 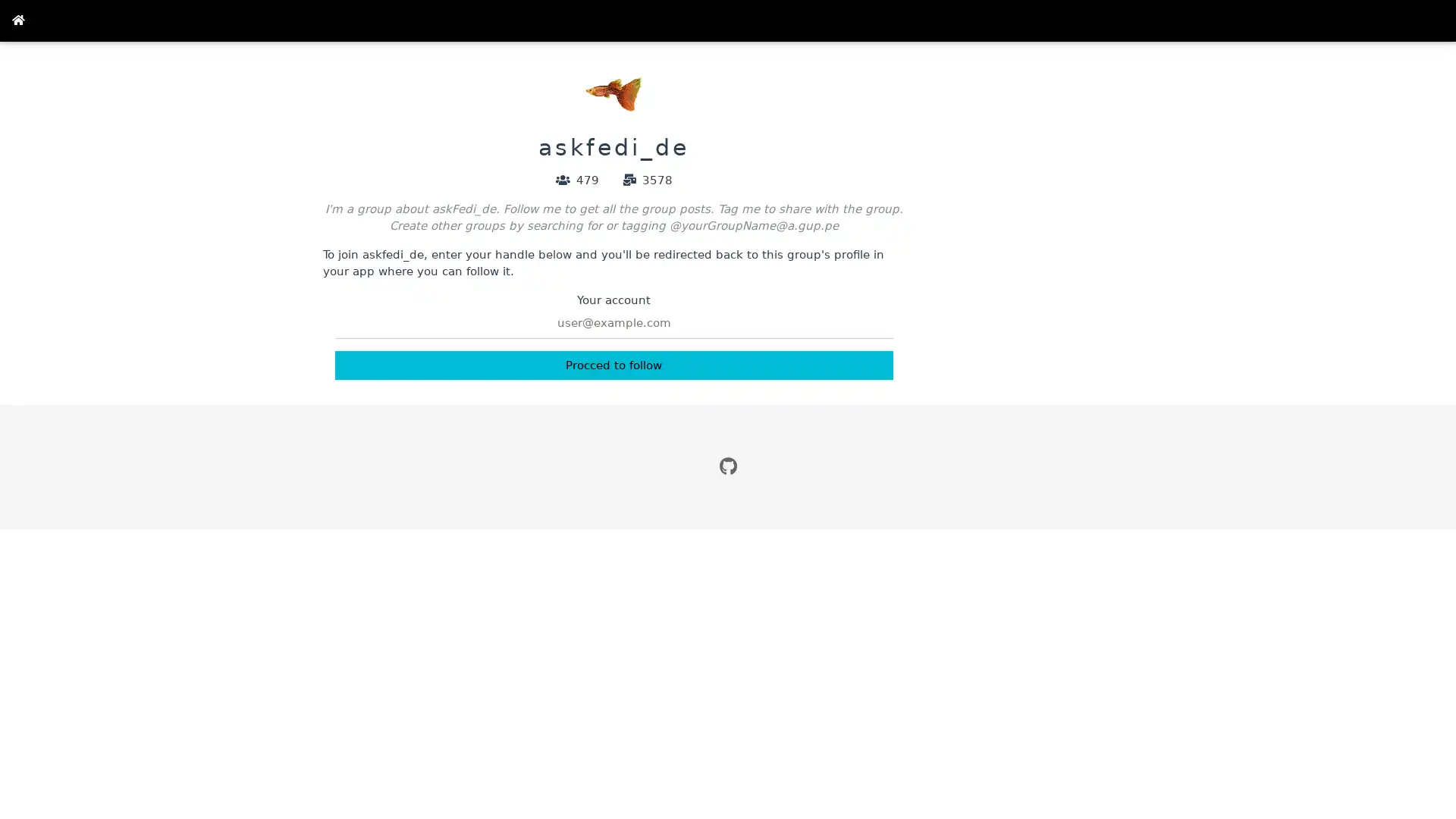 I want to click on Procced to follow, so click(x=613, y=365).